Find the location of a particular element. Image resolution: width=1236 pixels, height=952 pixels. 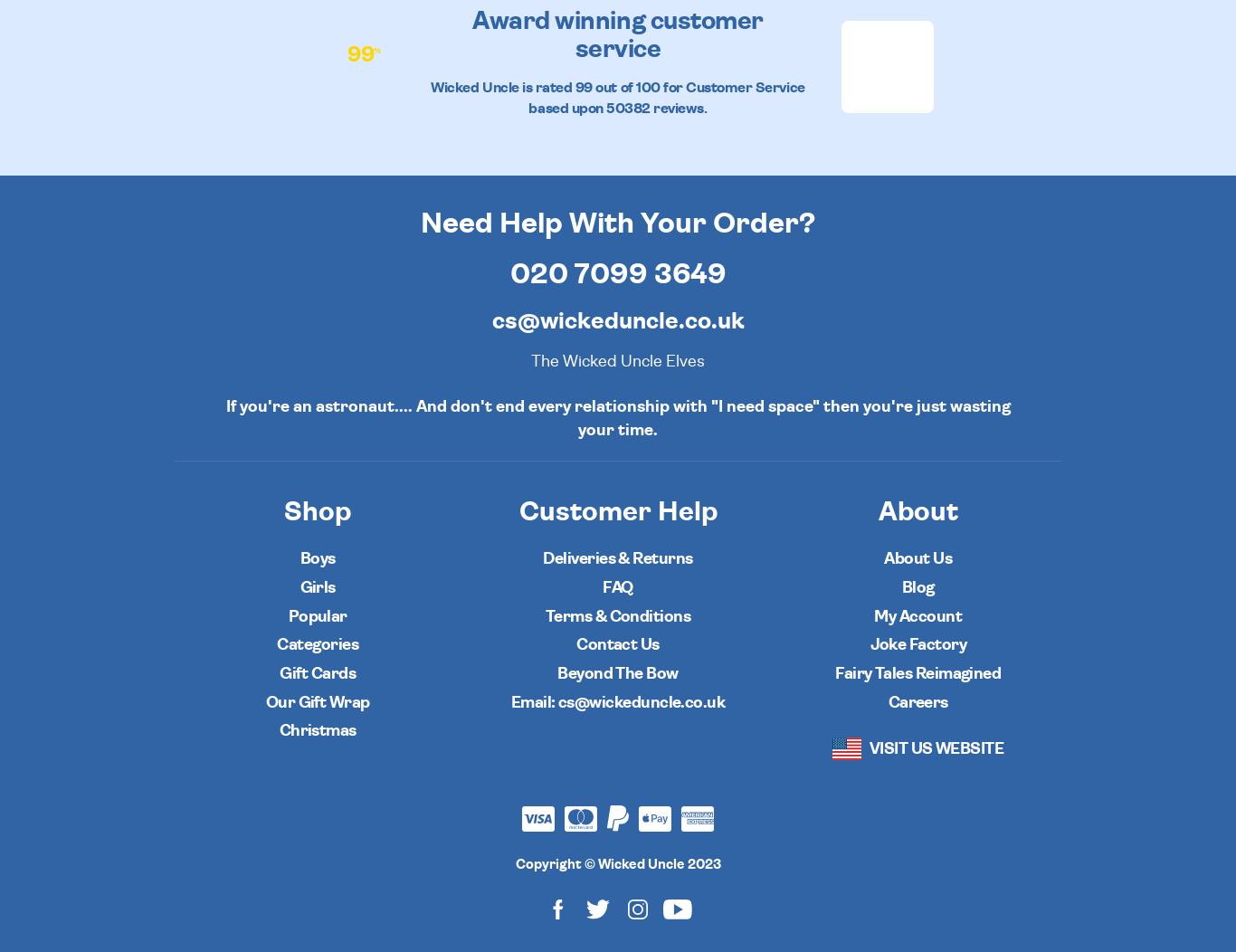

'Christmas' is located at coordinates (279, 731).